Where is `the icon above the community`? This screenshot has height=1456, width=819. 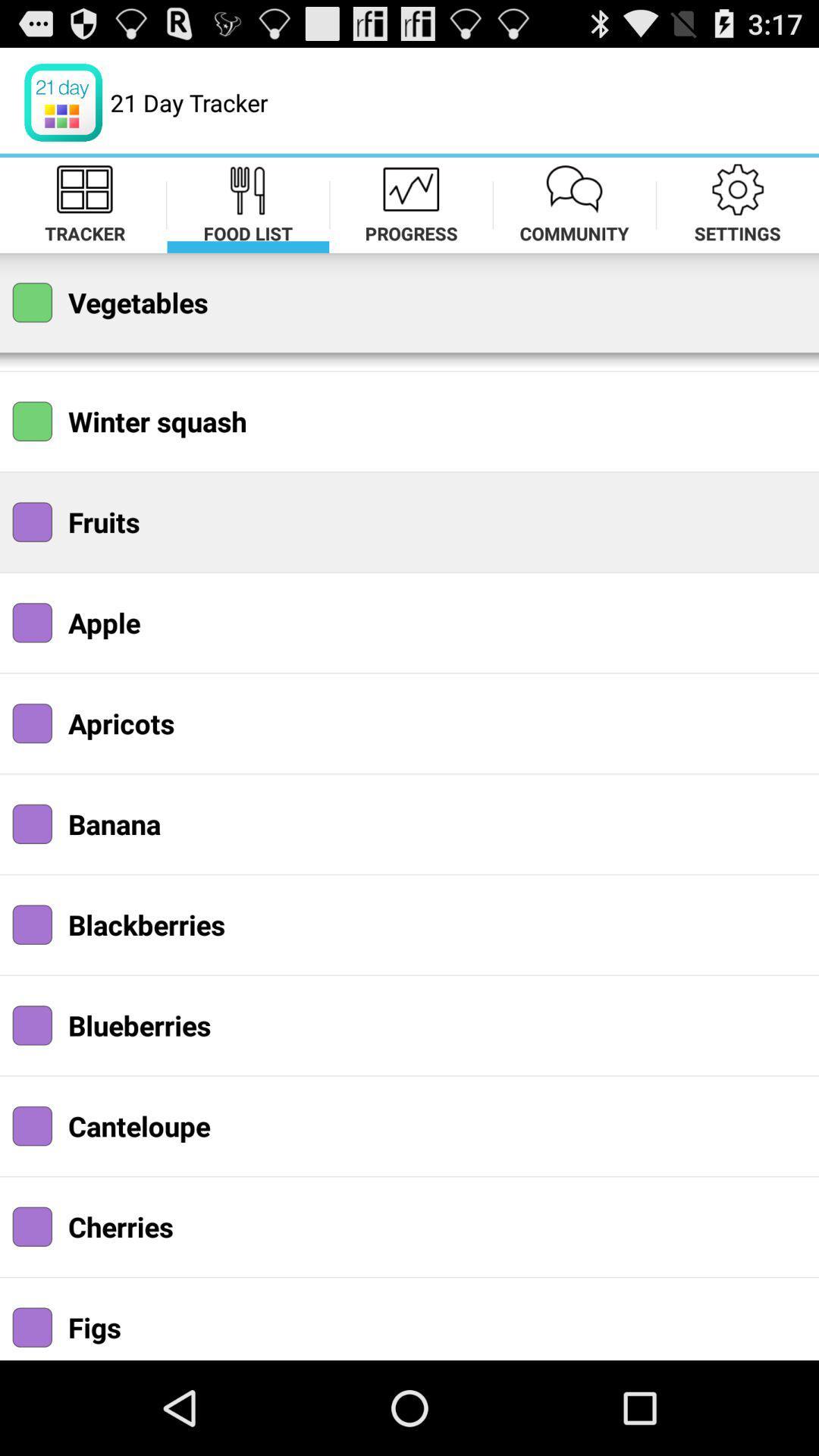
the icon above the community is located at coordinates (575, 188).